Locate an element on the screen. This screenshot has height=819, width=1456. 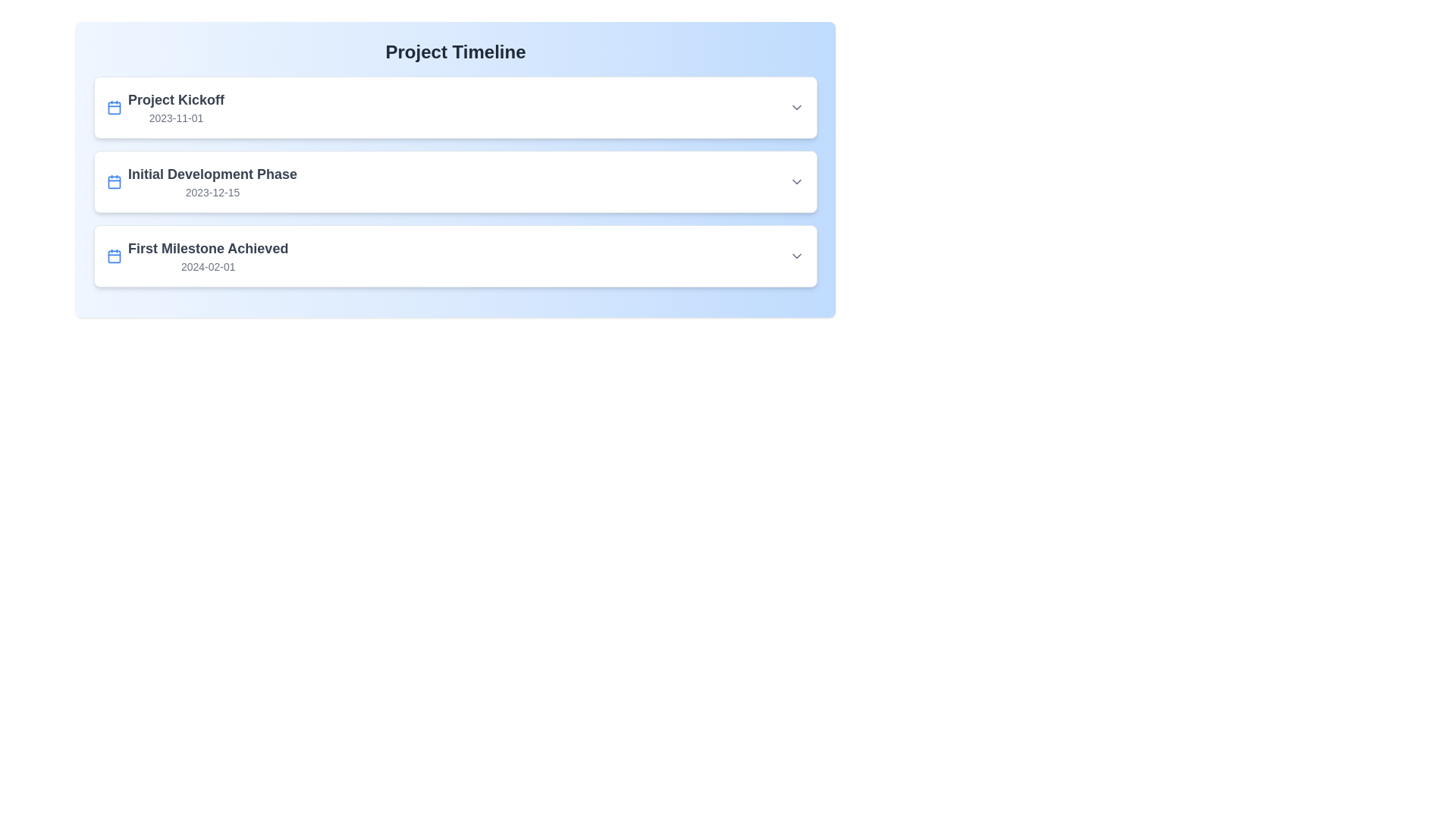
'Project Kickoff' text label, which displays milestone details in a bold font, located under the 'Project Timeline' section is located at coordinates (176, 107).